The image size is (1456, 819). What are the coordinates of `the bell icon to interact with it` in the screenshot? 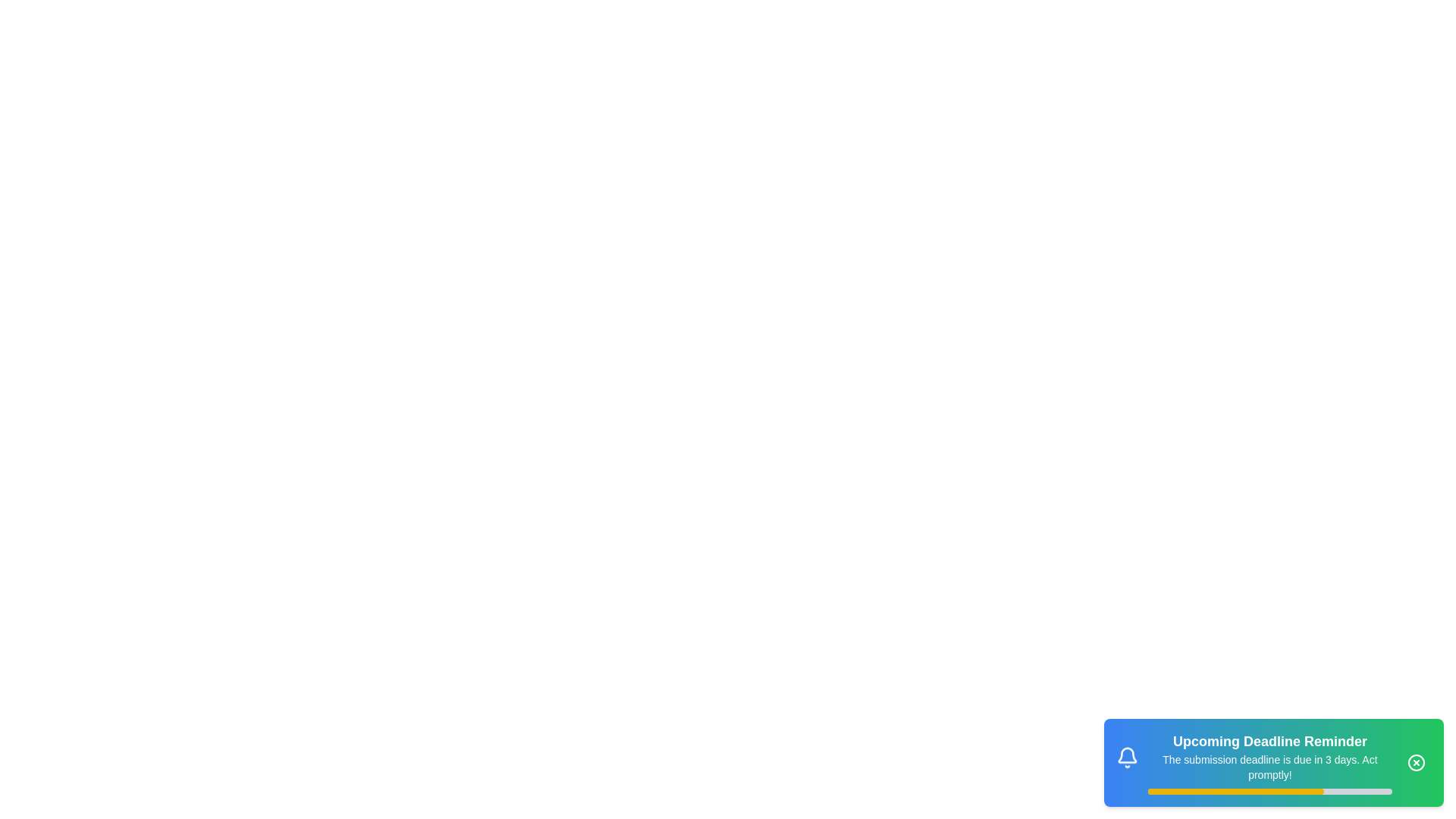 It's located at (1128, 760).